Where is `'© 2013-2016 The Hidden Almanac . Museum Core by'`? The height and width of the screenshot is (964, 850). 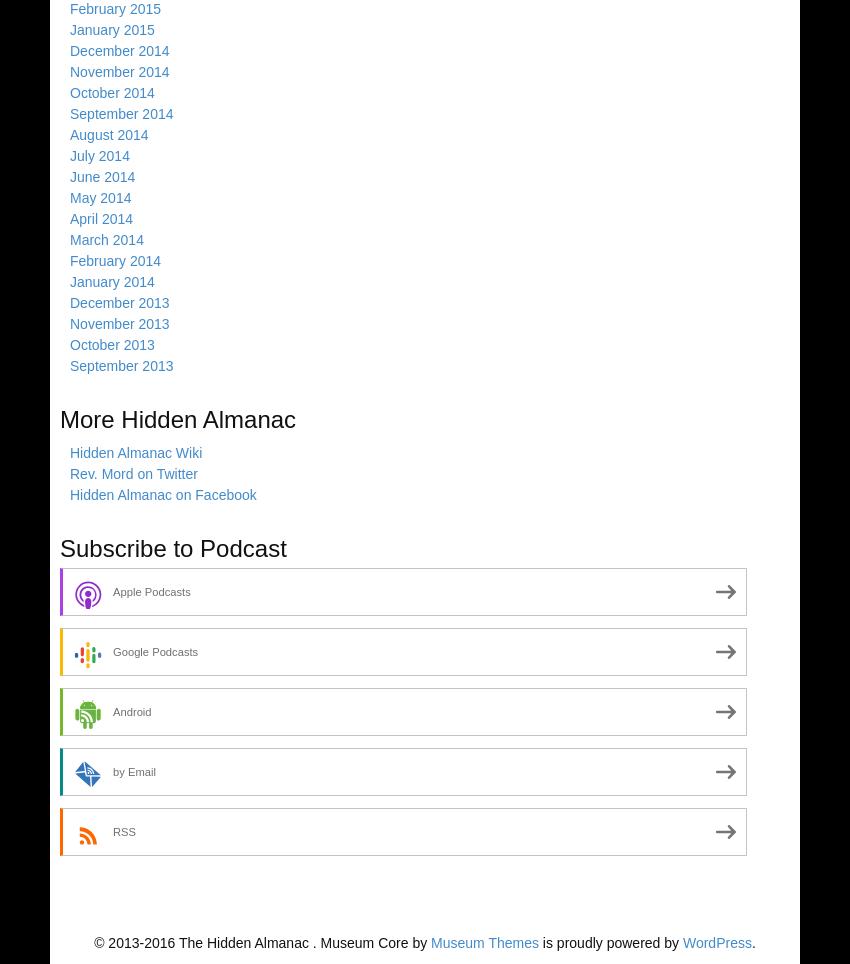 '© 2013-2016 The Hidden Almanac . Museum Core by' is located at coordinates (261, 942).